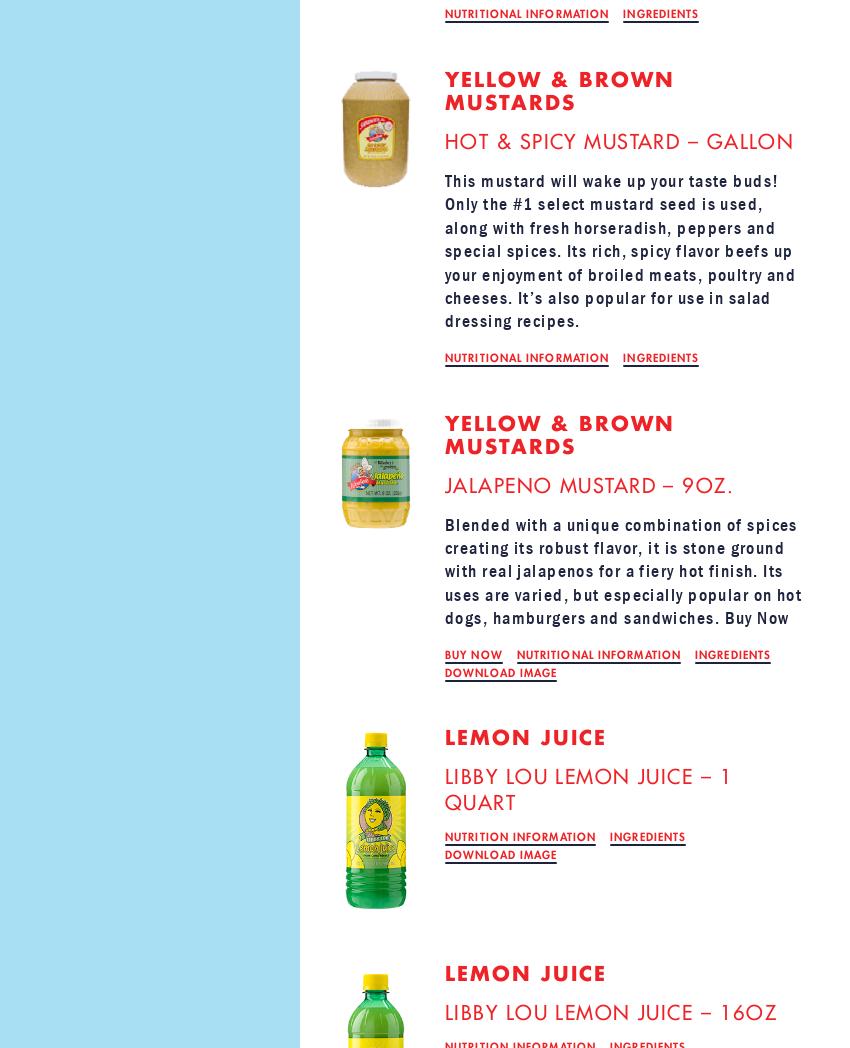 This screenshot has height=1048, width=850. Describe the element at coordinates (473, 652) in the screenshot. I see `'BUY NOW'` at that location.